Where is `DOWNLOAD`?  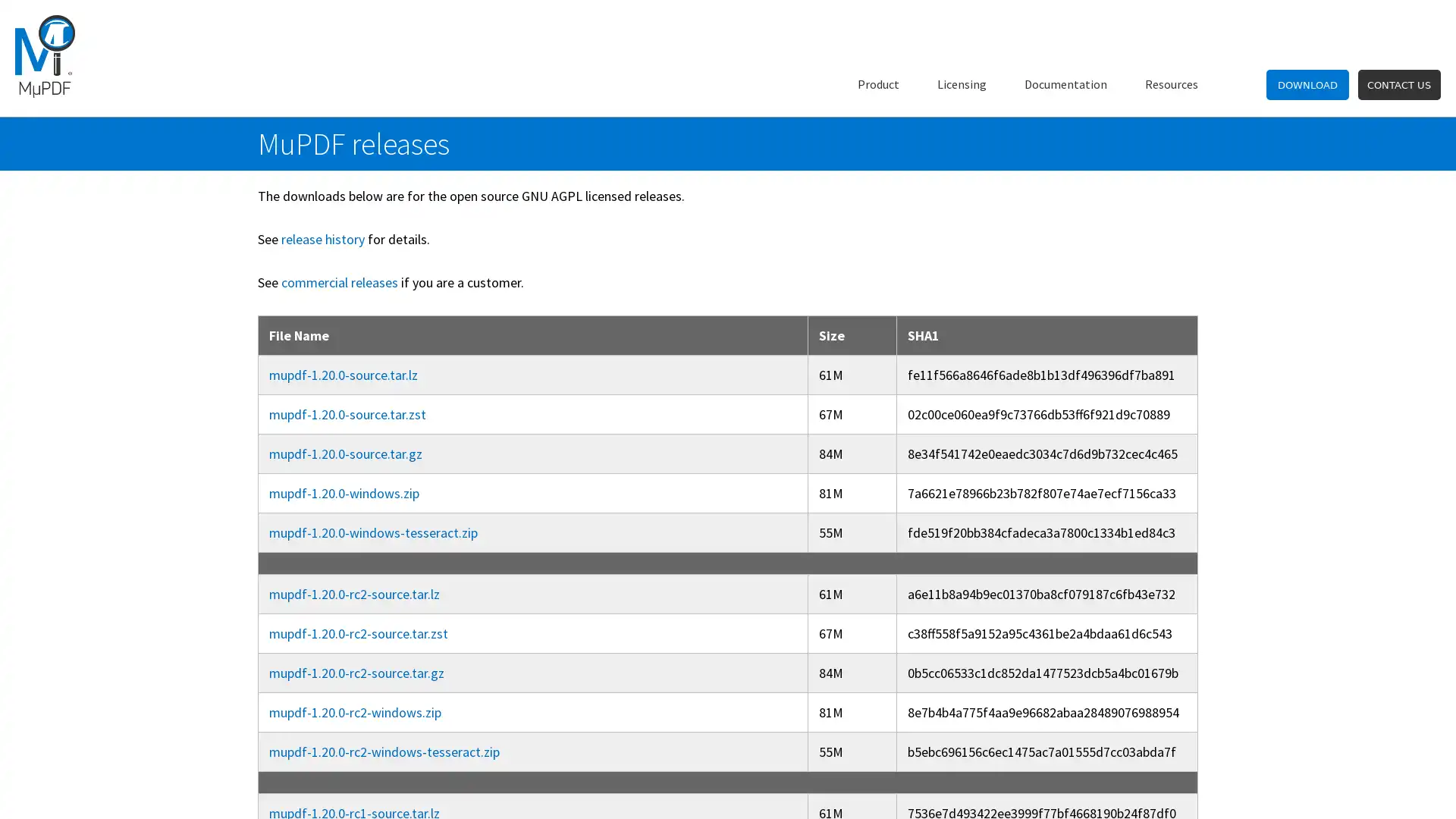 DOWNLOAD is located at coordinates (1307, 84).